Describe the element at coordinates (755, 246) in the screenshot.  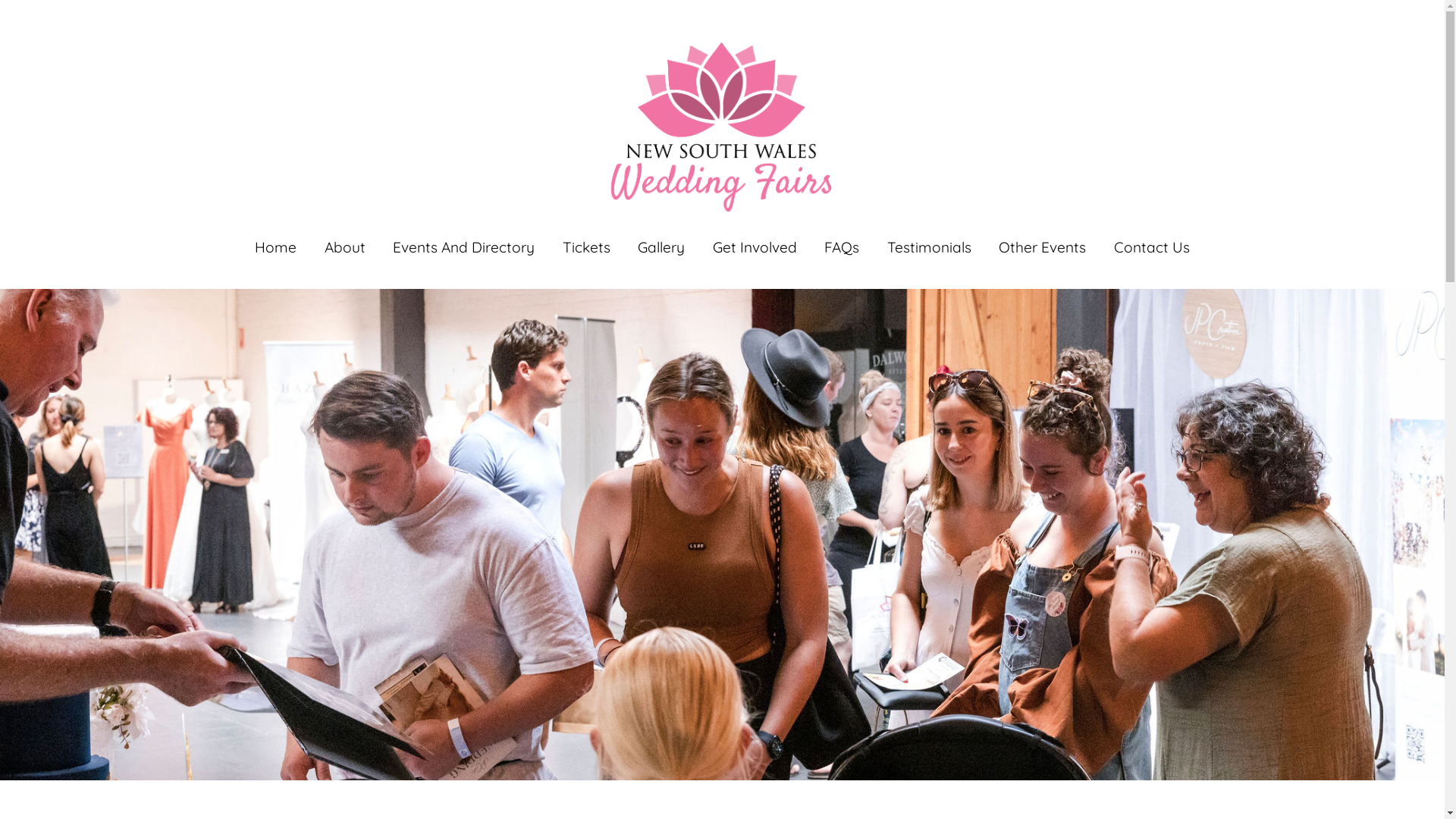
I see `'Get Involved'` at that location.